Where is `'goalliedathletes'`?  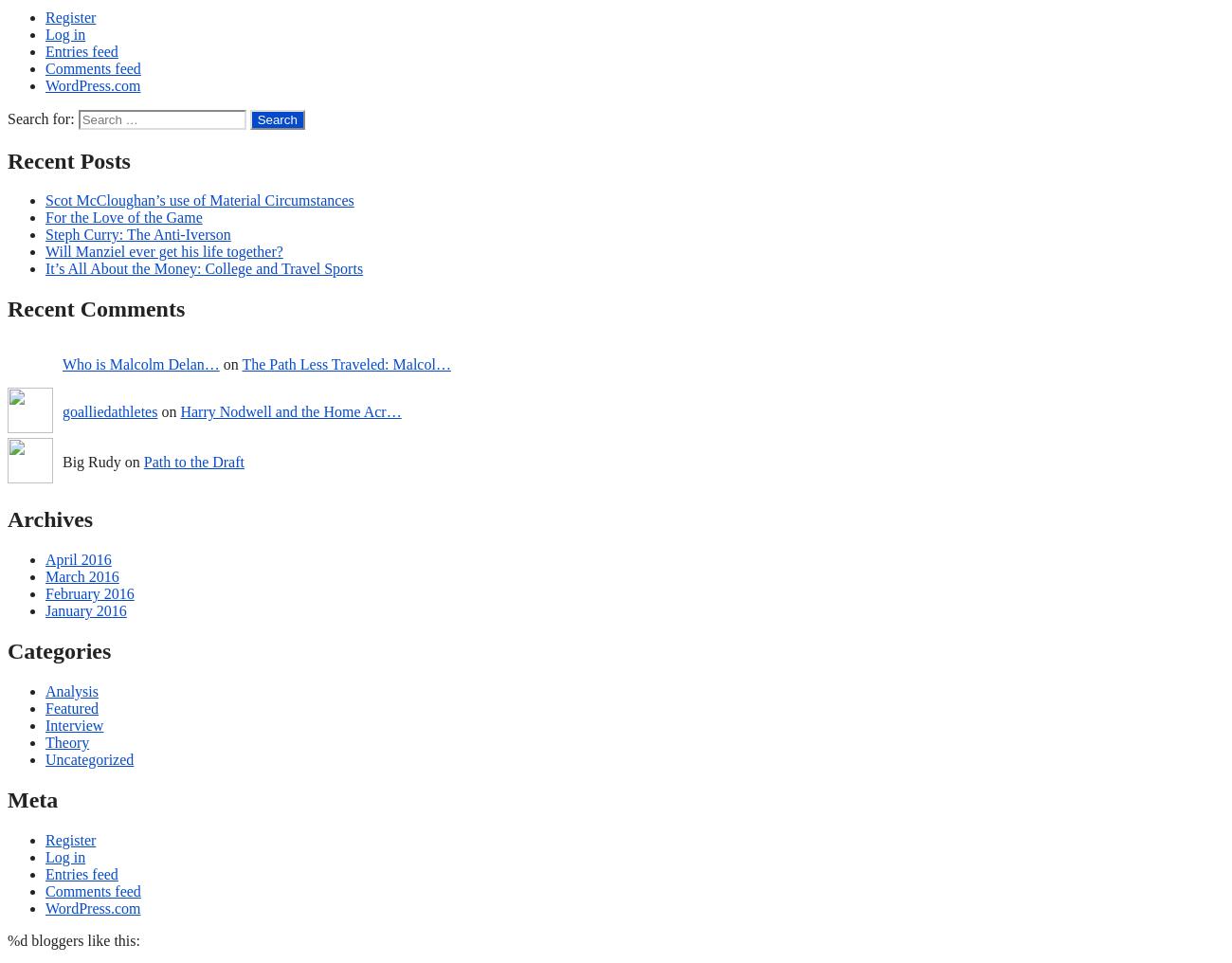 'goalliedathletes' is located at coordinates (108, 409).